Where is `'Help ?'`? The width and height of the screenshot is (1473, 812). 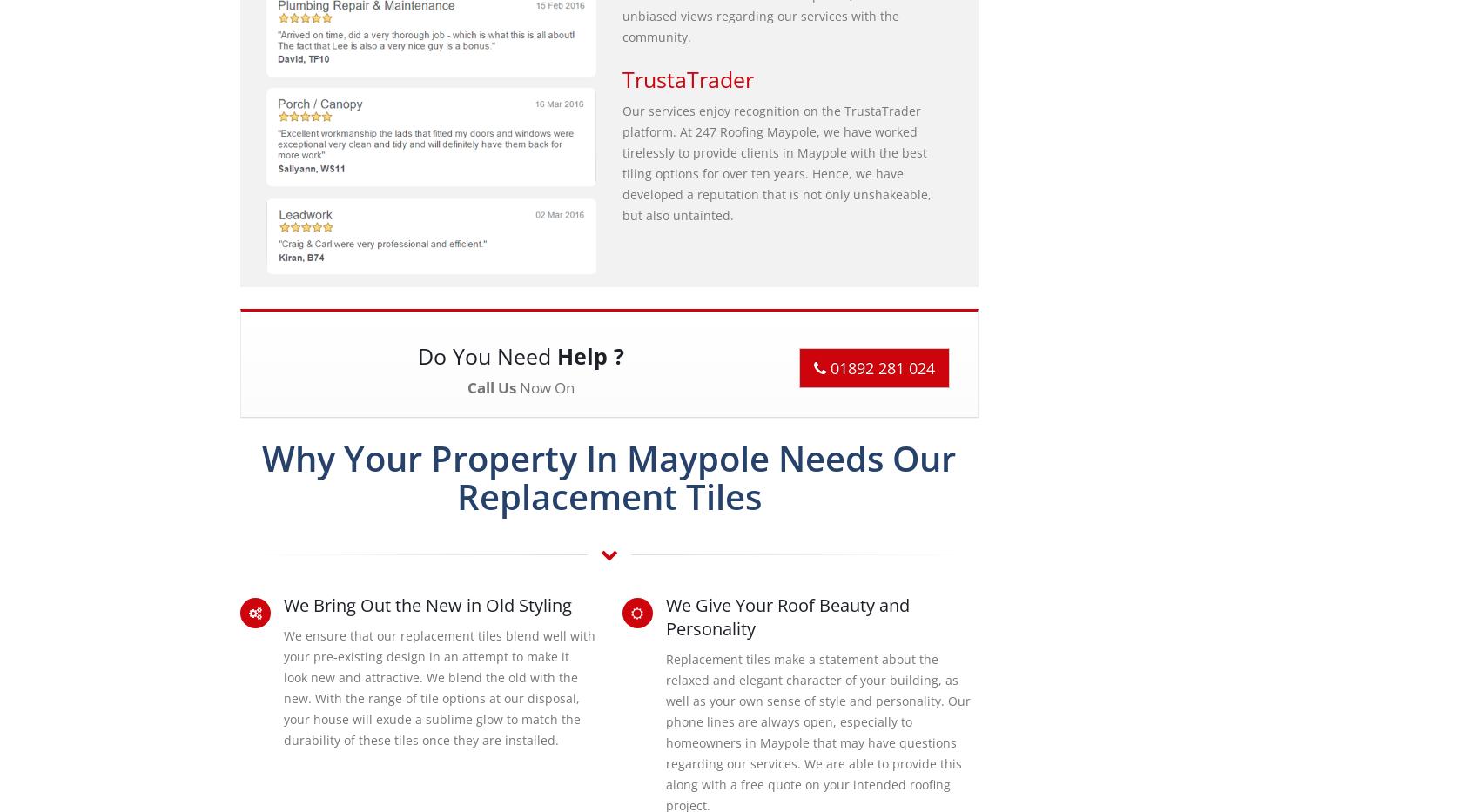
'Help ?' is located at coordinates (589, 355).